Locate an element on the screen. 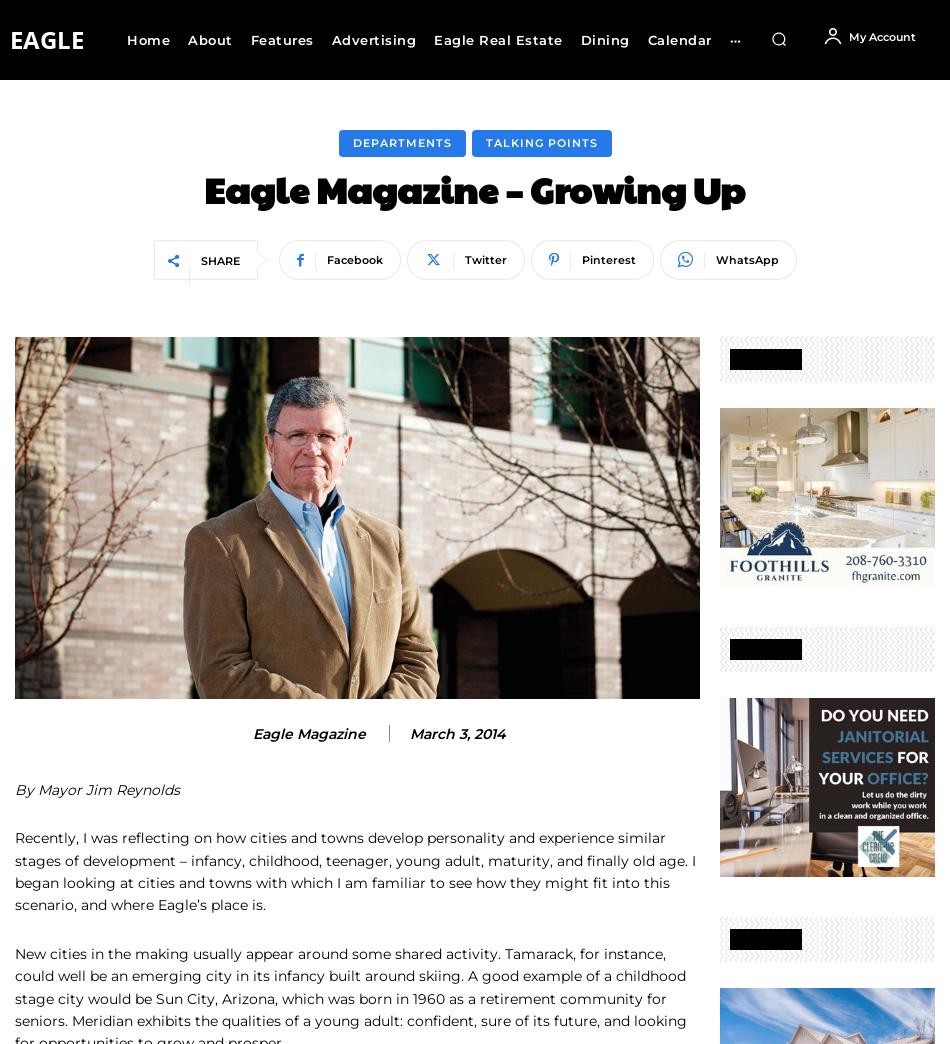  'Recently, I was reflecting on how cities and towns develop personality and experience similar stages of development – infancy, childhood, teenager, young adult, maturity, and finally old age.  I began looking at cities and towns with which I am familiar to see how they might fit into this scenario, and where Eagle’s place is.' is located at coordinates (354, 871).